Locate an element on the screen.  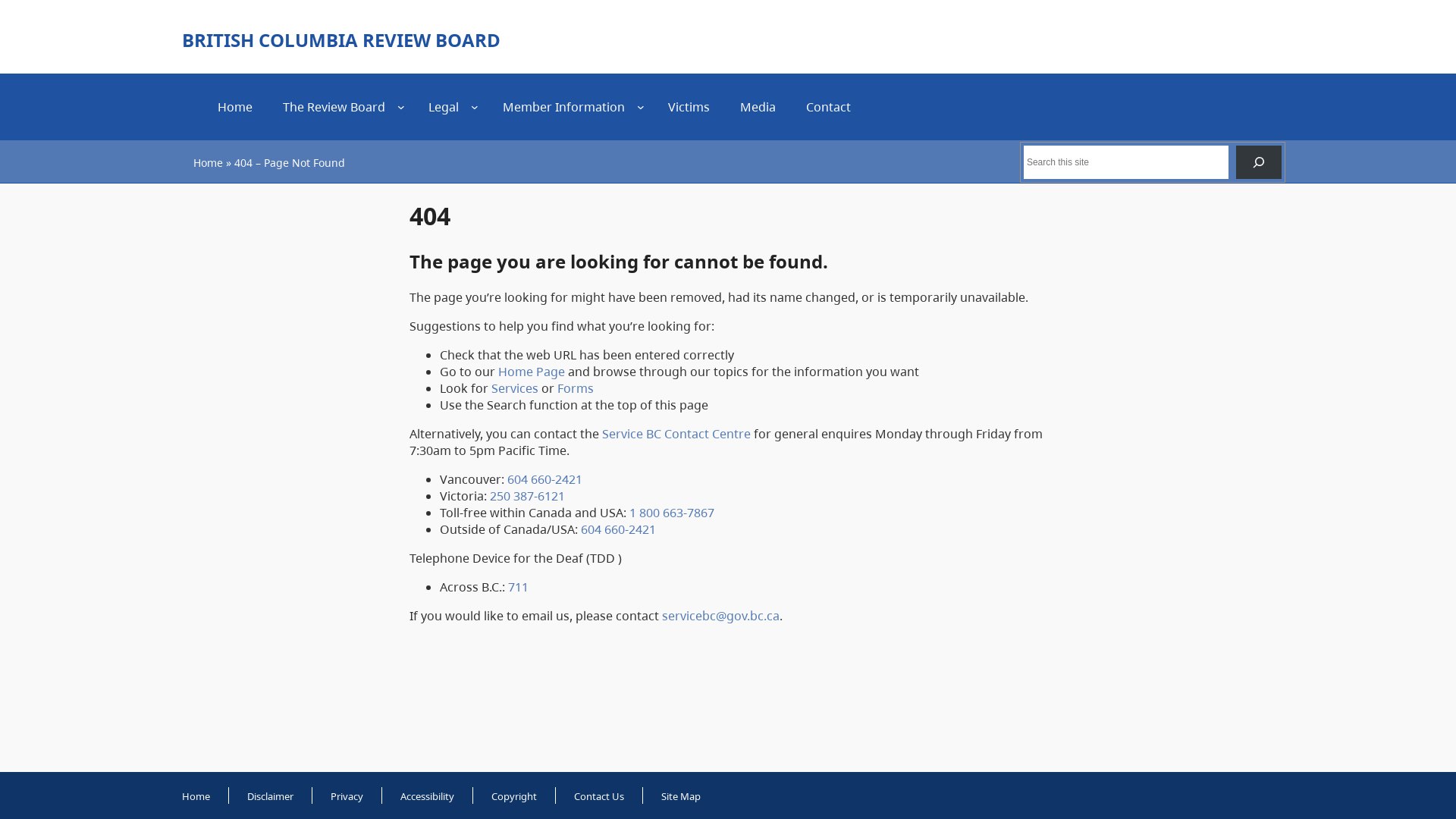
'Accessibility' is located at coordinates (426, 795).